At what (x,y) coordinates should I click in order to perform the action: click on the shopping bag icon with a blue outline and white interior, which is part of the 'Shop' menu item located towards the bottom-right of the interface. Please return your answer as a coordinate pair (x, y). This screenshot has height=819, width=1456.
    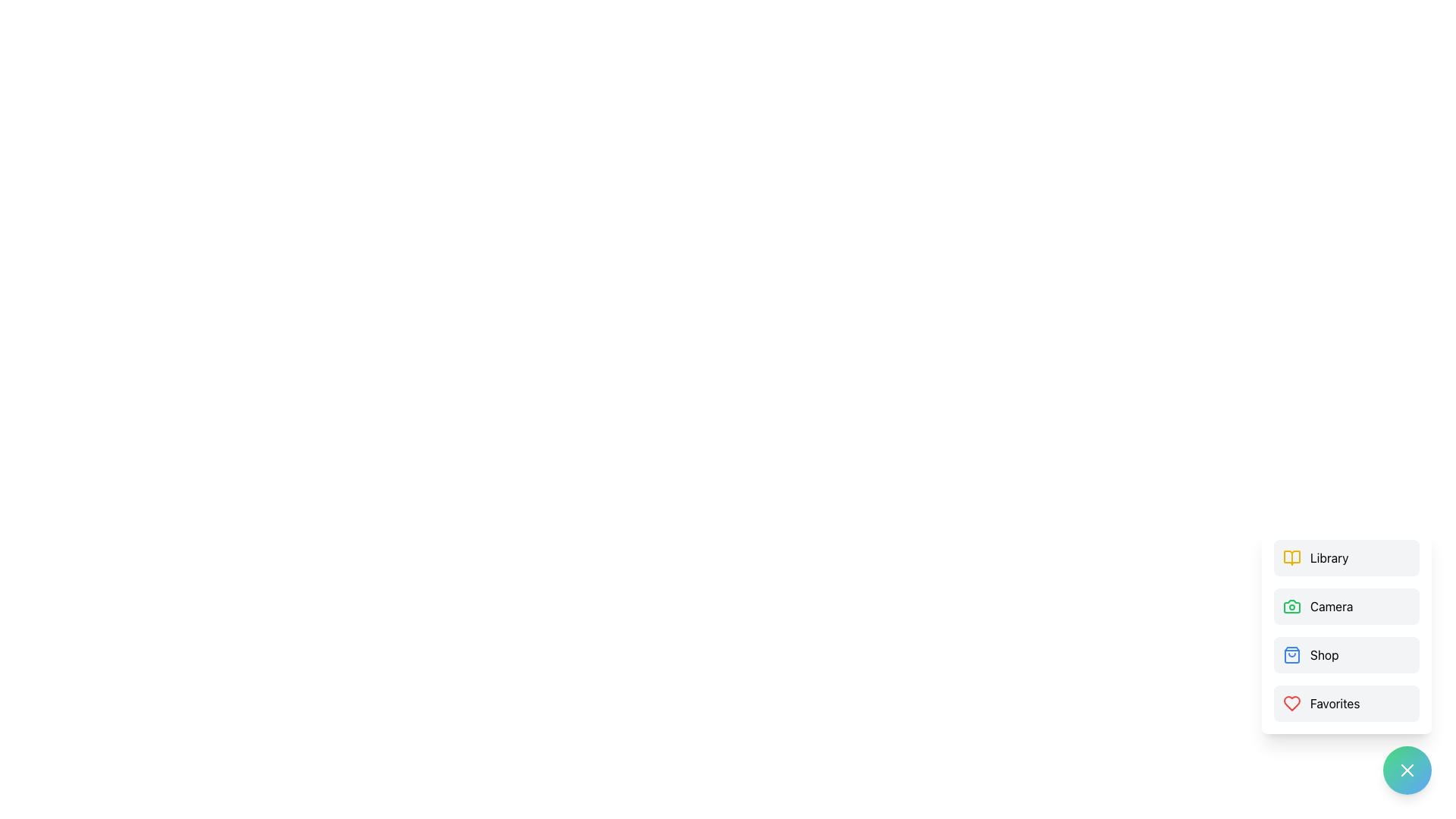
    Looking at the image, I should click on (1291, 654).